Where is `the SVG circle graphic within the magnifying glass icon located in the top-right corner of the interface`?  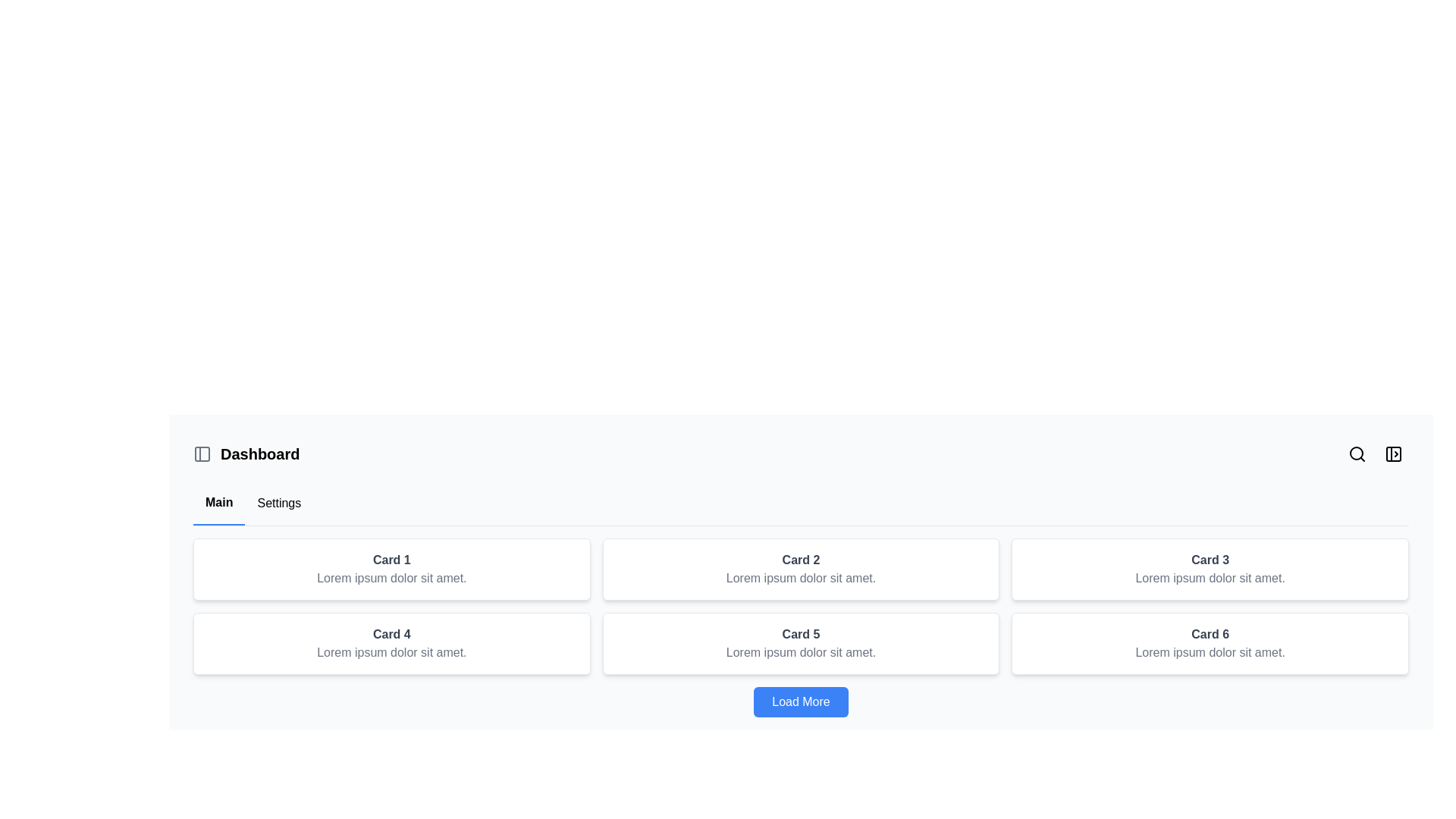 the SVG circle graphic within the magnifying glass icon located in the top-right corner of the interface is located at coordinates (1357, 452).